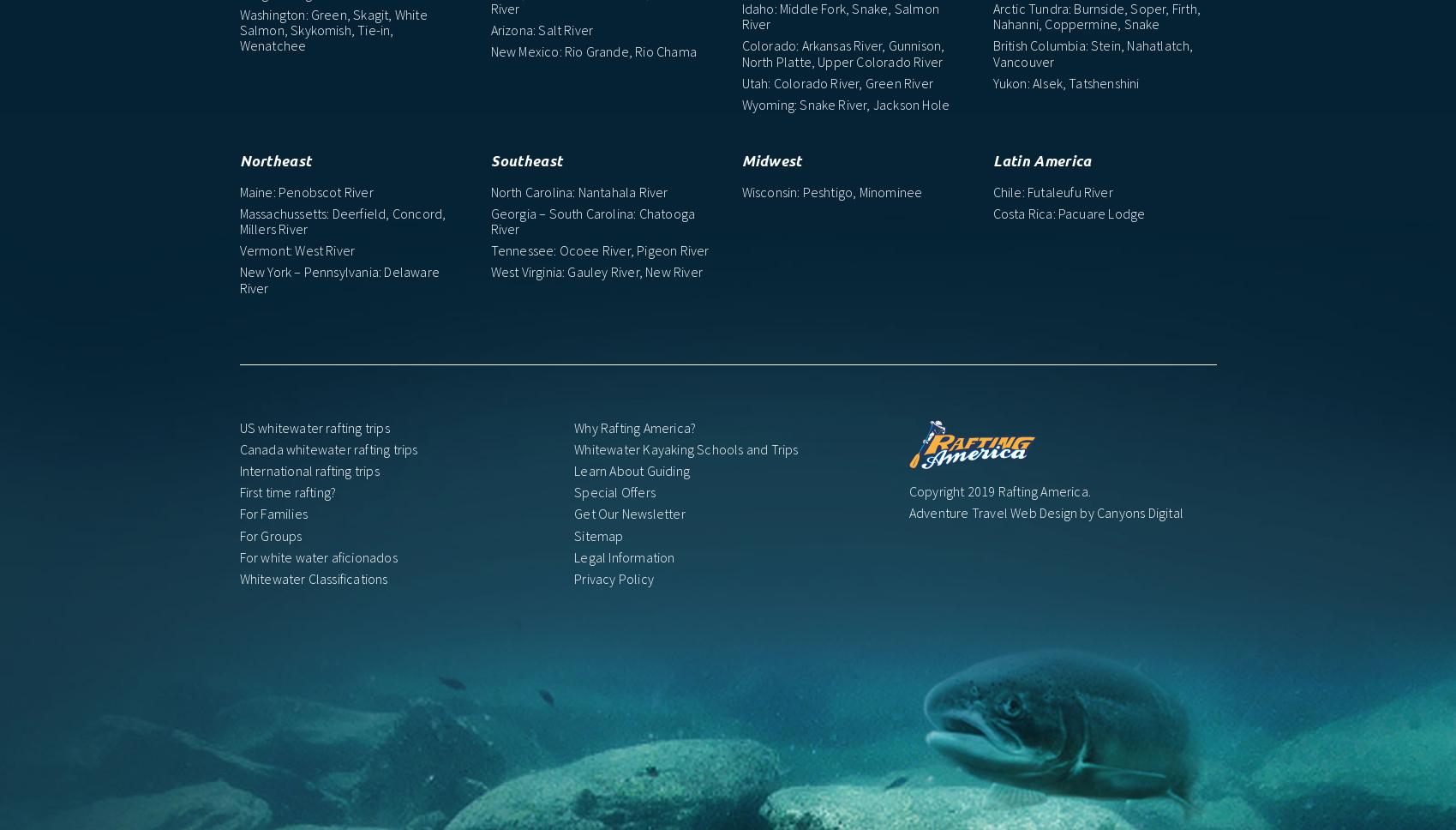 The height and width of the screenshot is (830, 1456). What do you see at coordinates (1046, 511) in the screenshot?
I see `'Adventure Travel Web Design by Canyons Digital'` at bounding box center [1046, 511].